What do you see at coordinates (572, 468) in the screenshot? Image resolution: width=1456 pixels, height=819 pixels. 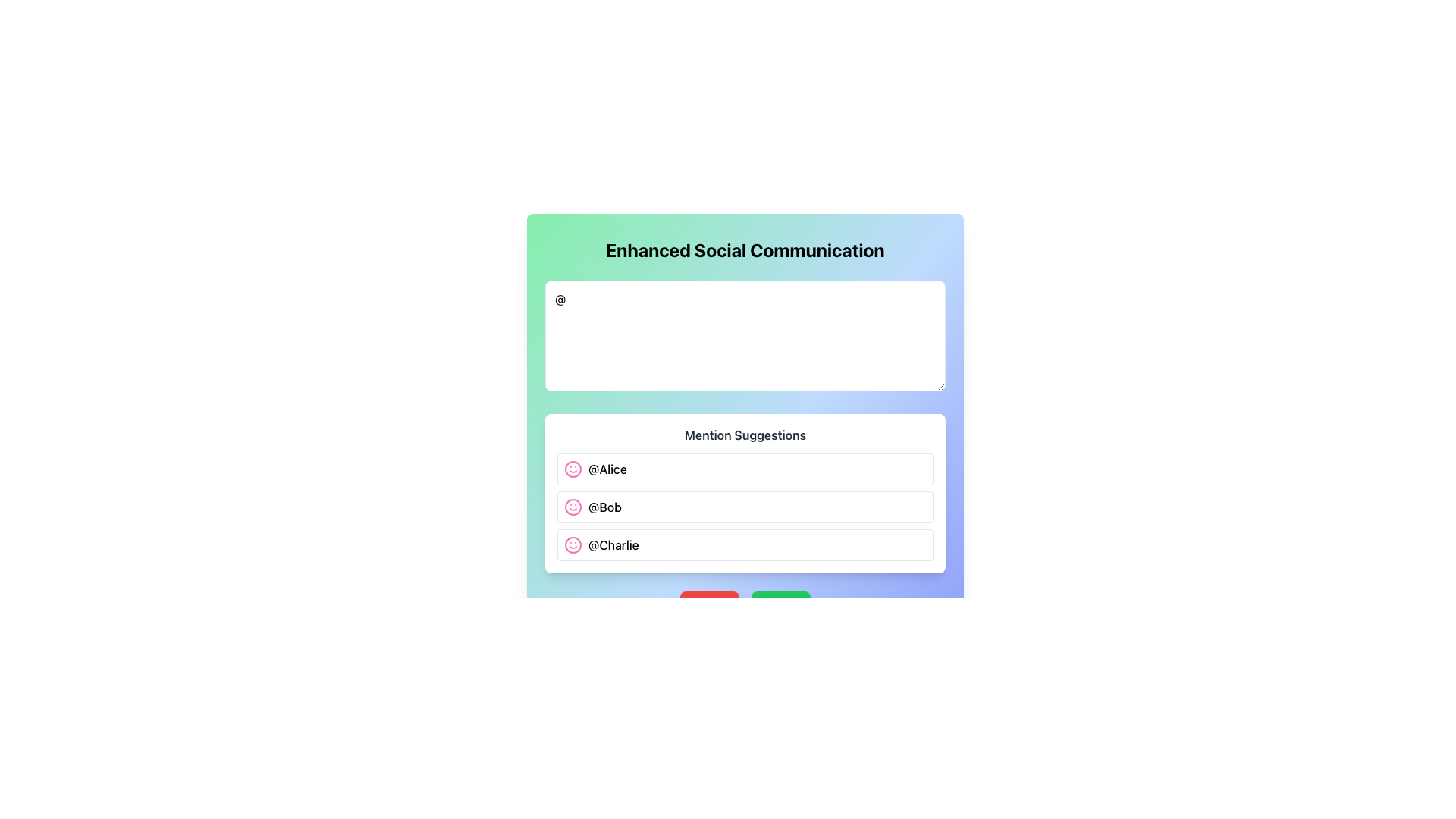 I see `the circular icon with a smiling face and a bright pink outline located in the top-left corner of the first entry in the 'Mention Suggestions' list, adjacent` at bounding box center [572, 468].